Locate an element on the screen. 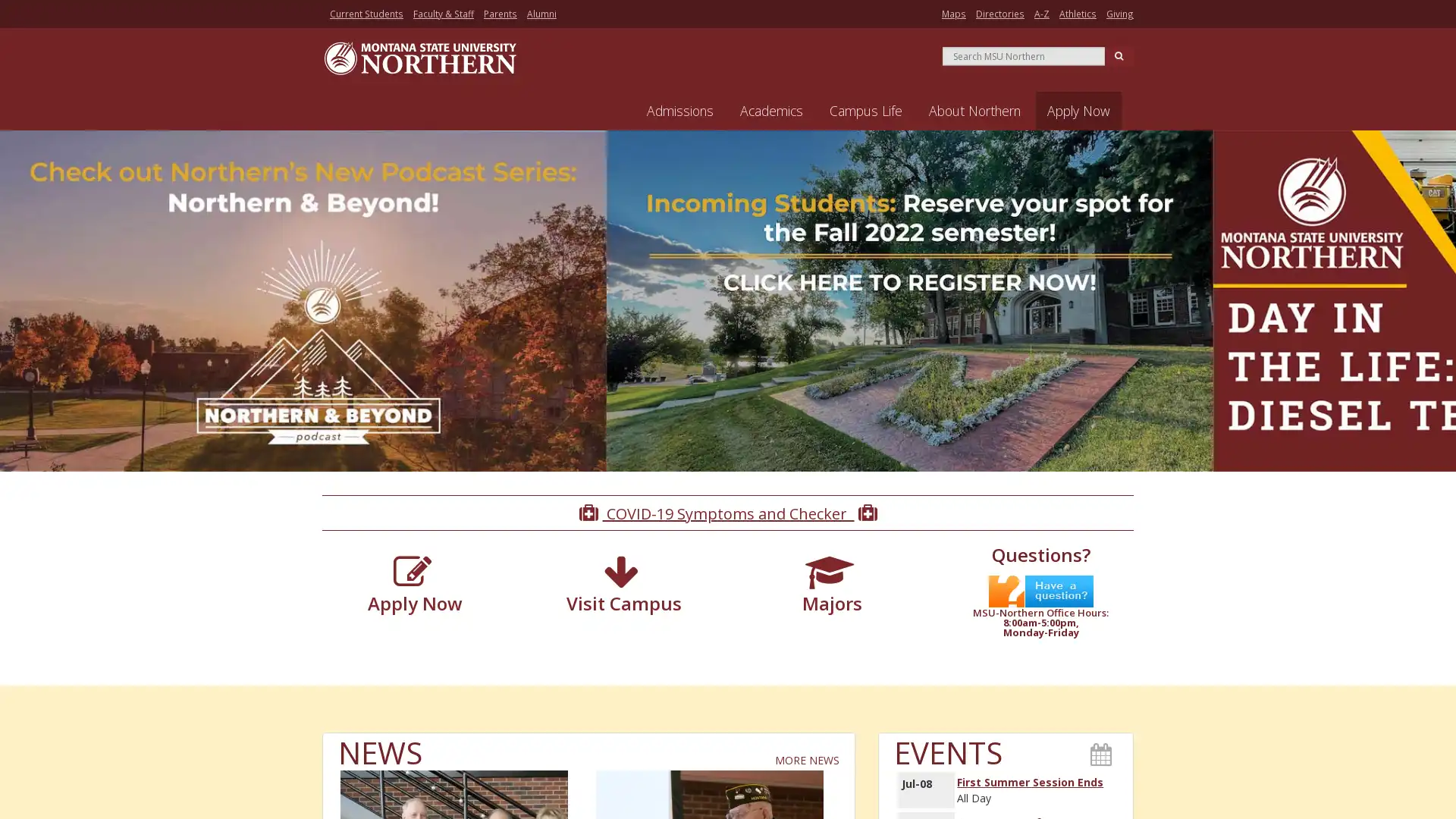 This screenshot has height=819, width=1456. Search is located at coordinates (1119, 55).